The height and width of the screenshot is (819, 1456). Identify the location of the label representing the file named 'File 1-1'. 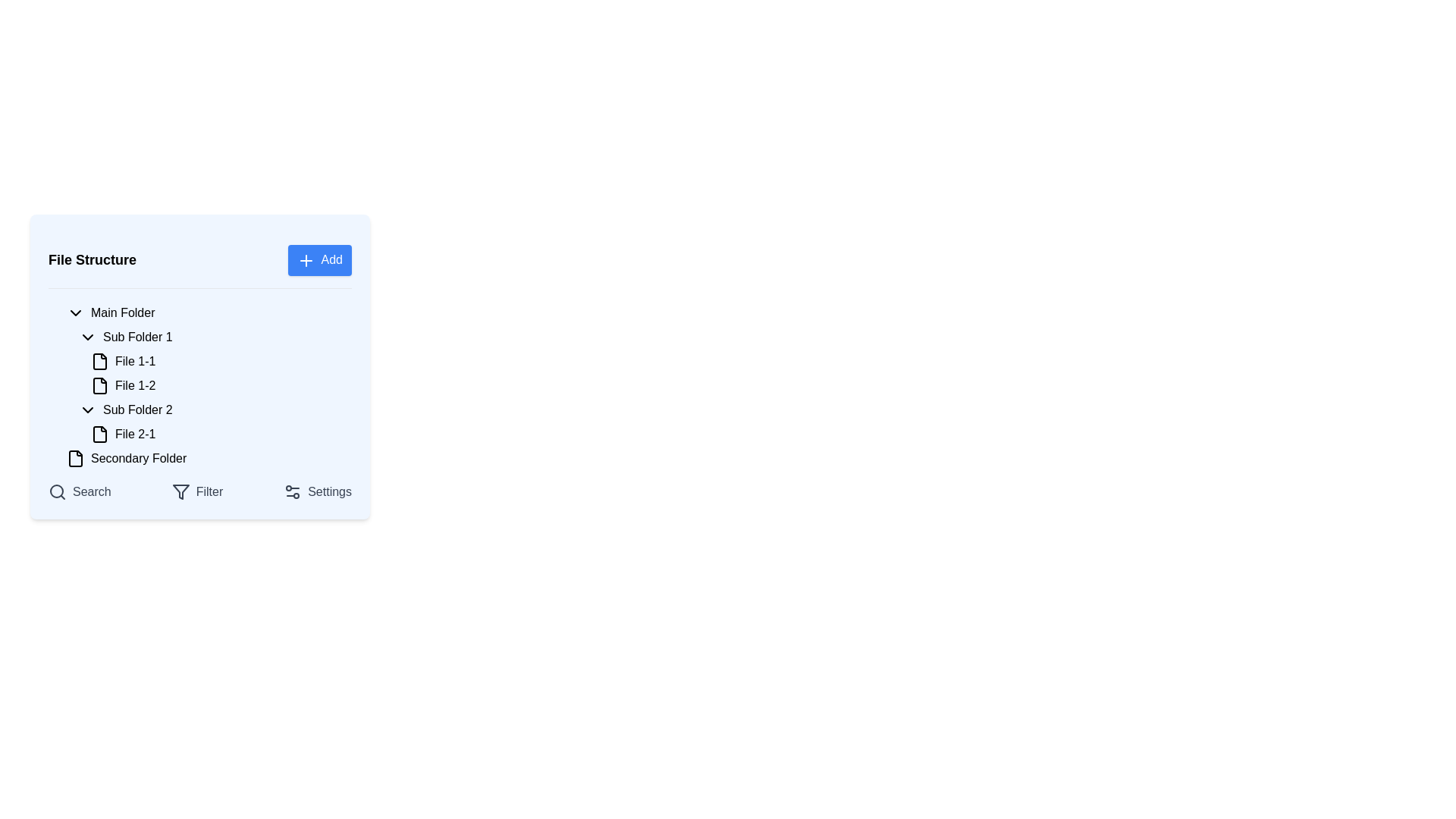
(135, 361).